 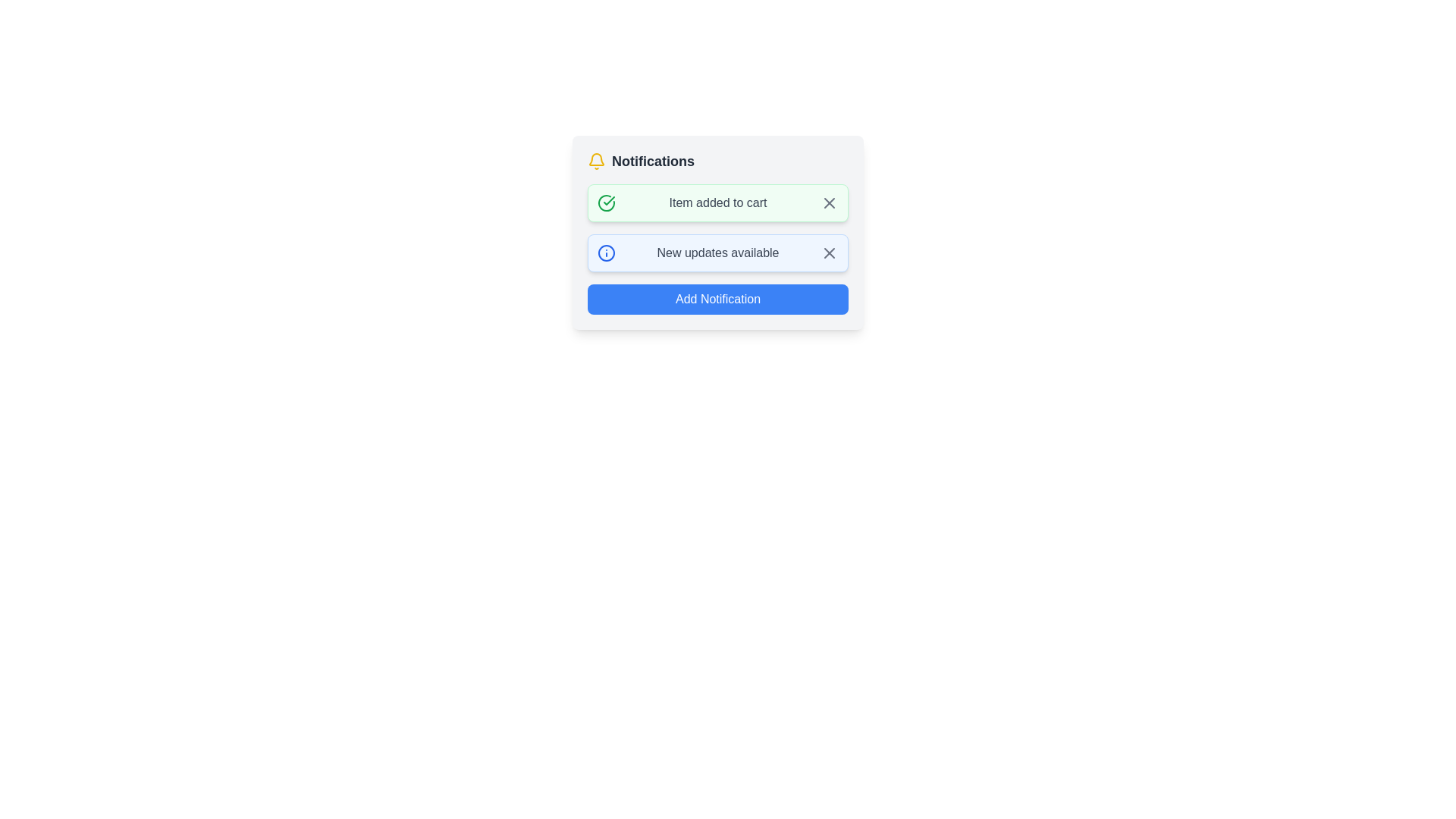 What do you see at coordinates (607, 253) in the screenshot?
I see `the circular info badge icon in vivid blue color located on the left side of the 'New updates available' notification card` at bounding box center [607, 253].